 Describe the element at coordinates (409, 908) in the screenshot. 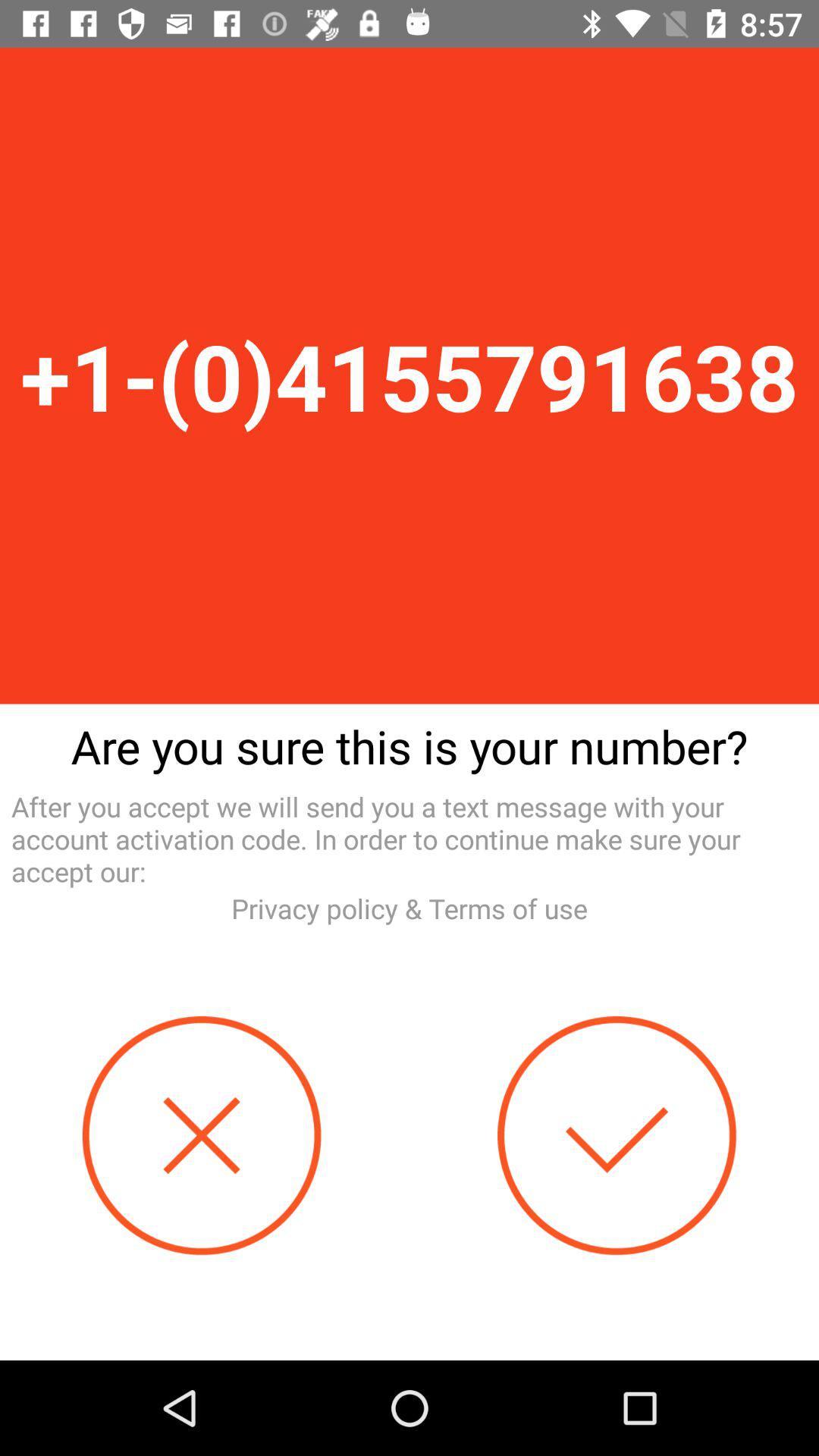

I see `the privacy policy terms icon` at that location.